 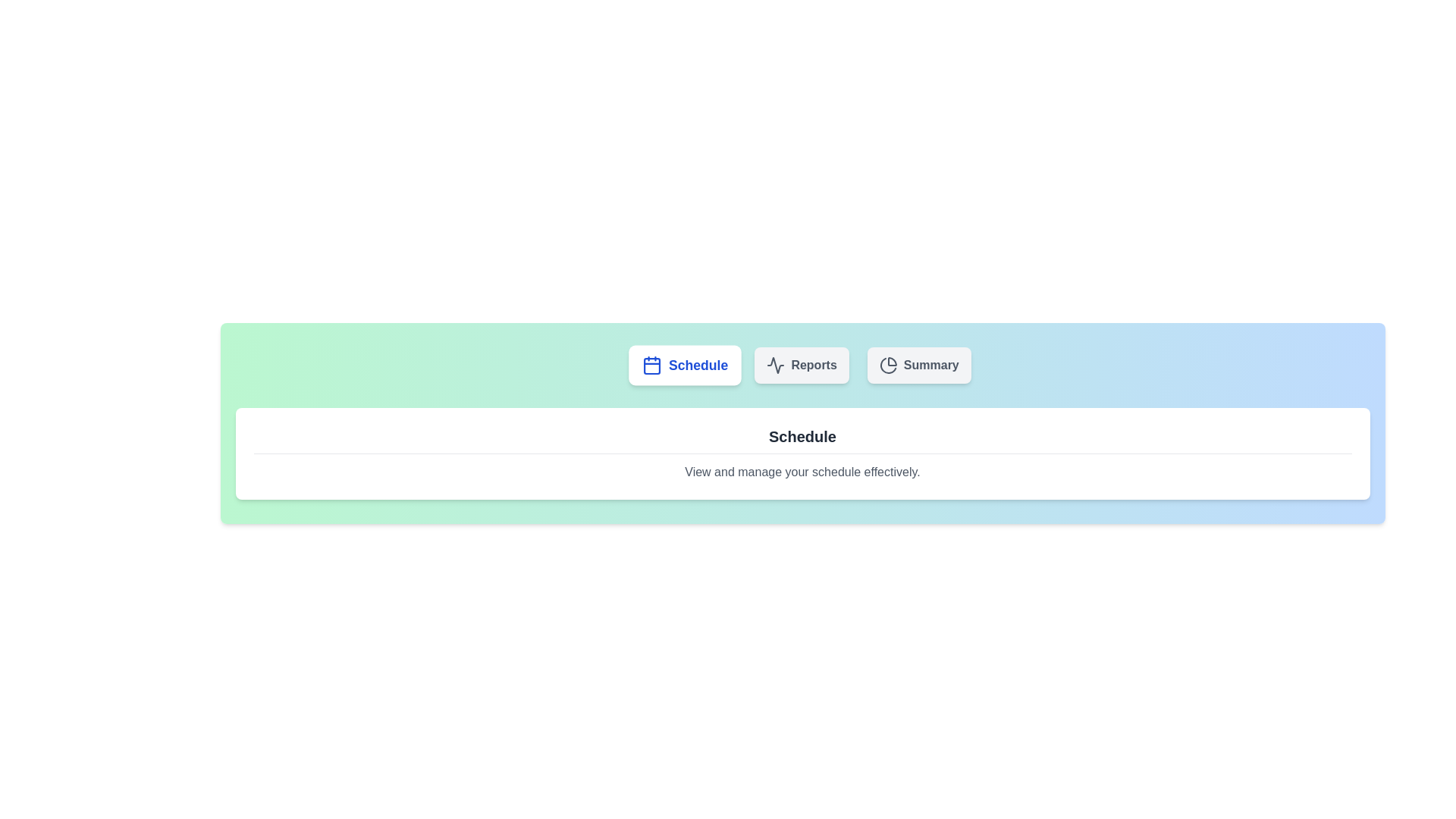 What do you see at coordinates (801, 366) in the screenshot?
I see `the tab labeled Reports to switch views` at bounding box center [801, 366].